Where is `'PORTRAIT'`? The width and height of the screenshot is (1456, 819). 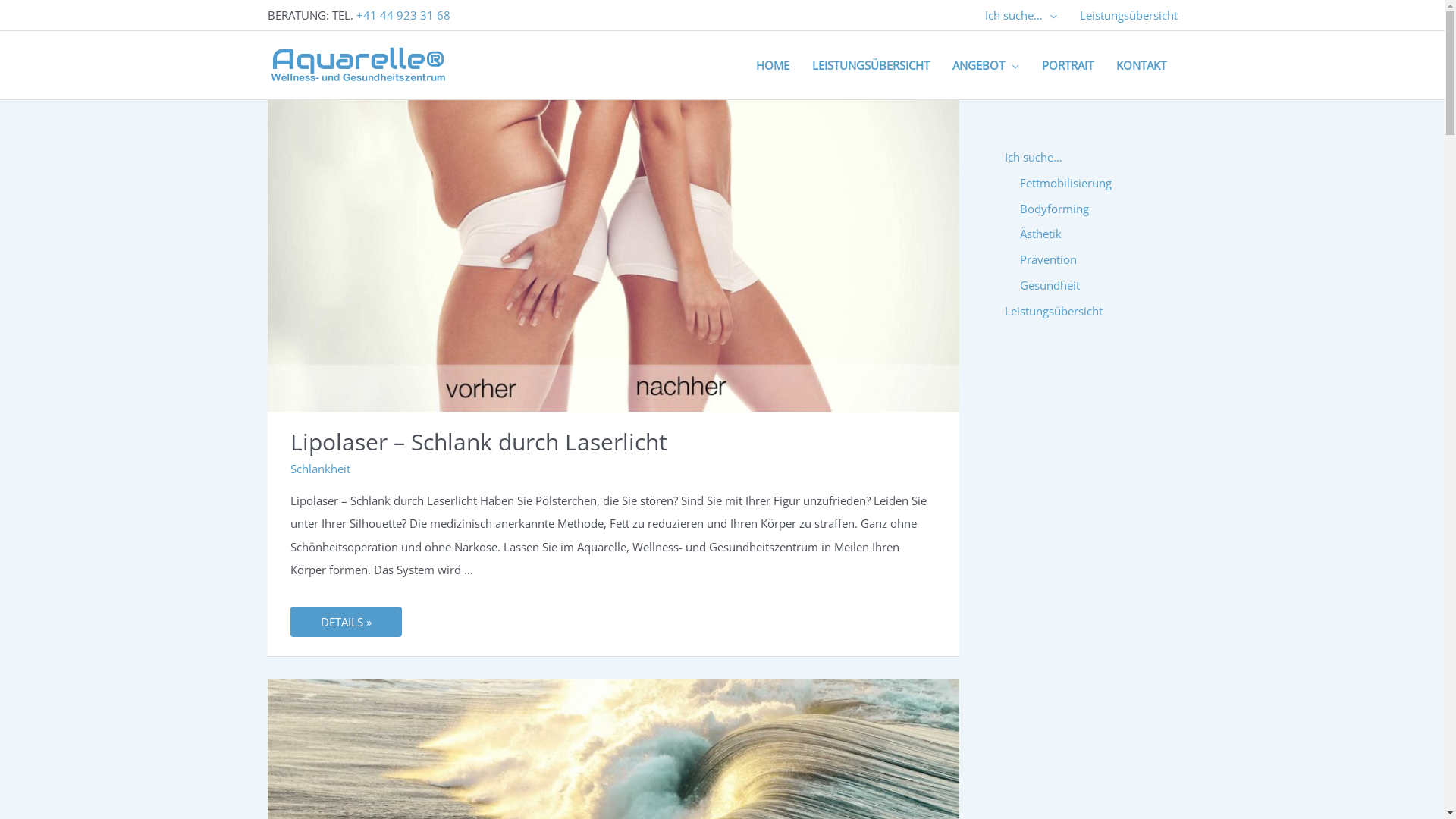 'PORTRAIT' is located at coordinates (1065, 64).